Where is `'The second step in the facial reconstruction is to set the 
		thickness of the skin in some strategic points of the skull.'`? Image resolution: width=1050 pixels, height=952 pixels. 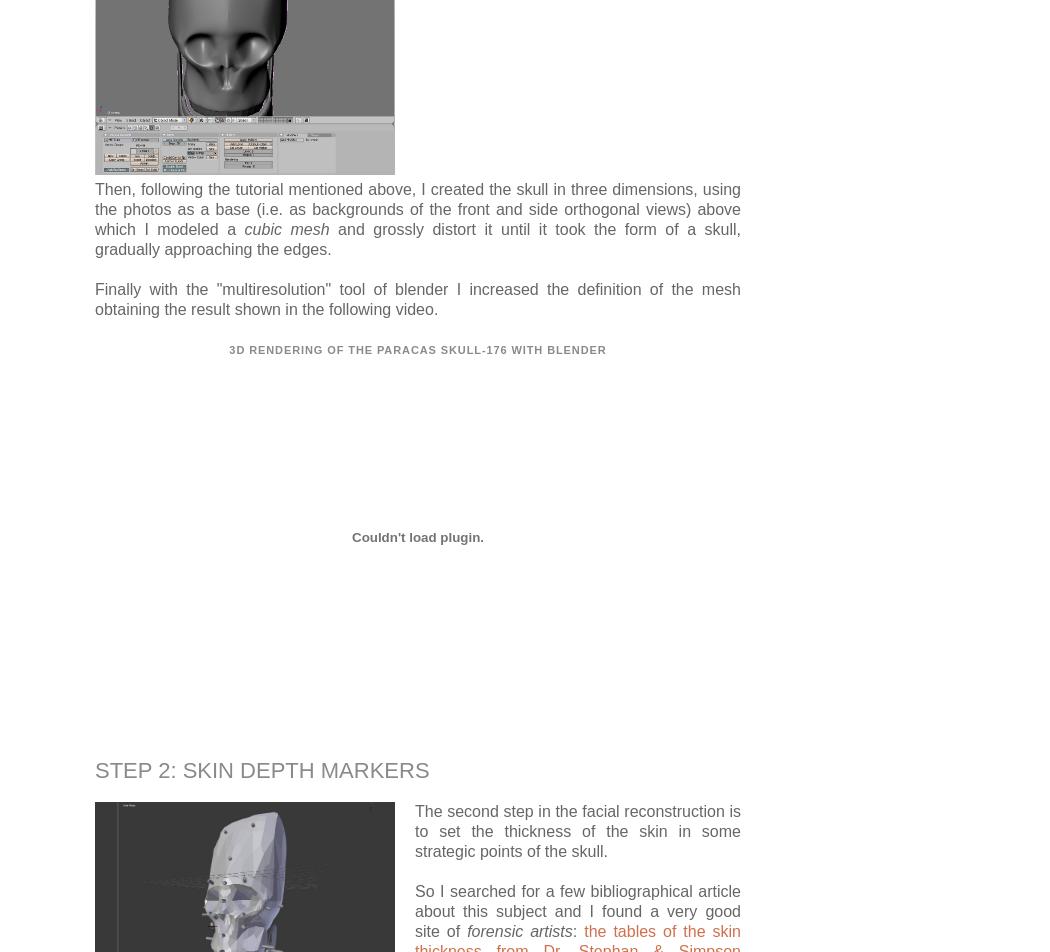 'The second step in the facial reconstruction is to set the 
		thickness of the skin in some strategic points of the skull.' is located at coordinates (577, 830).